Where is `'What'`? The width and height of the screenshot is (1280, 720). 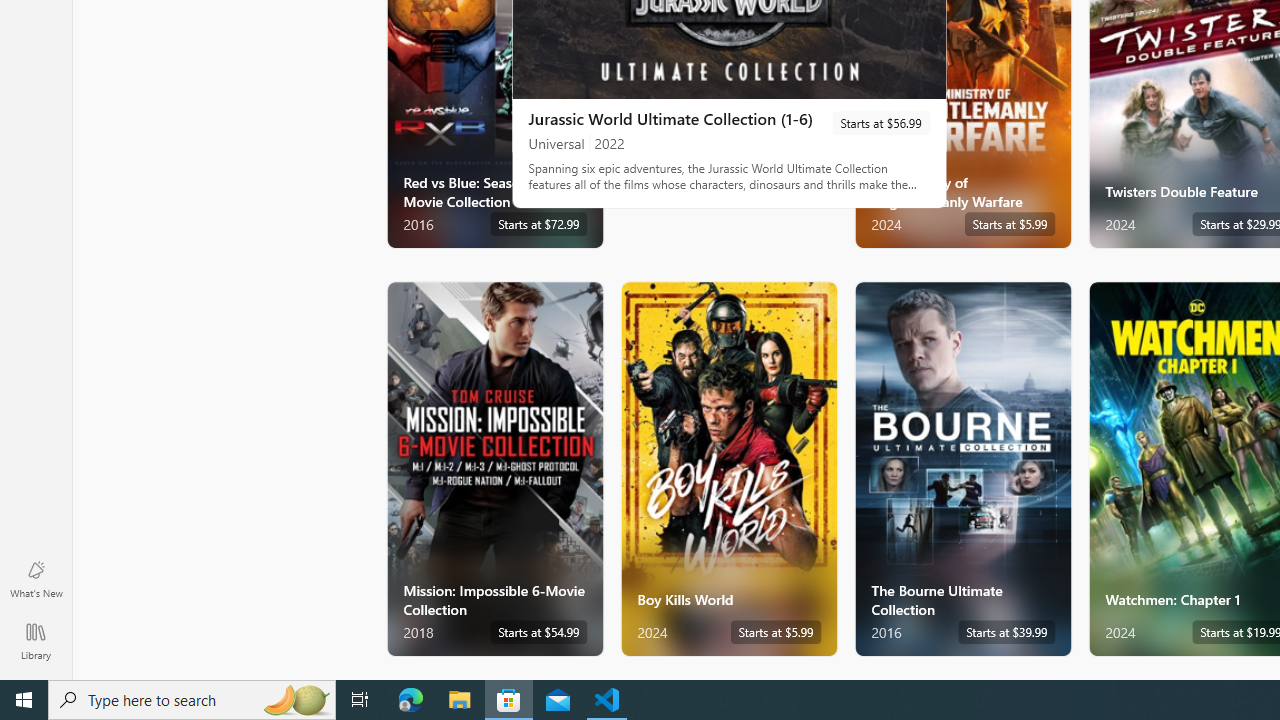
'What' is located at coordinates (35, 578).